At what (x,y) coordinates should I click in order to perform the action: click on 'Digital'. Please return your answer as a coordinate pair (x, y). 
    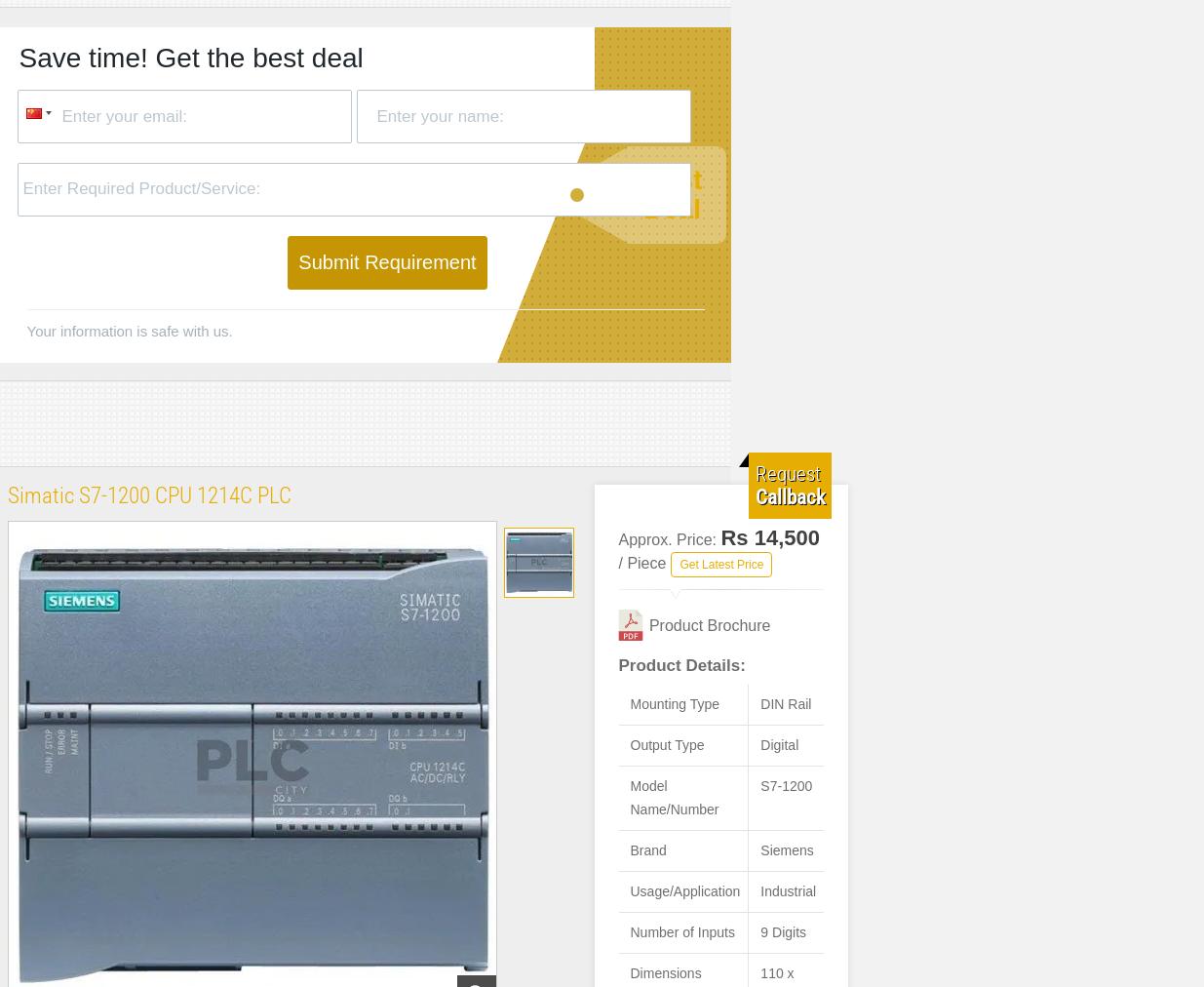
    Looking at the image, I should click on (779, 743).